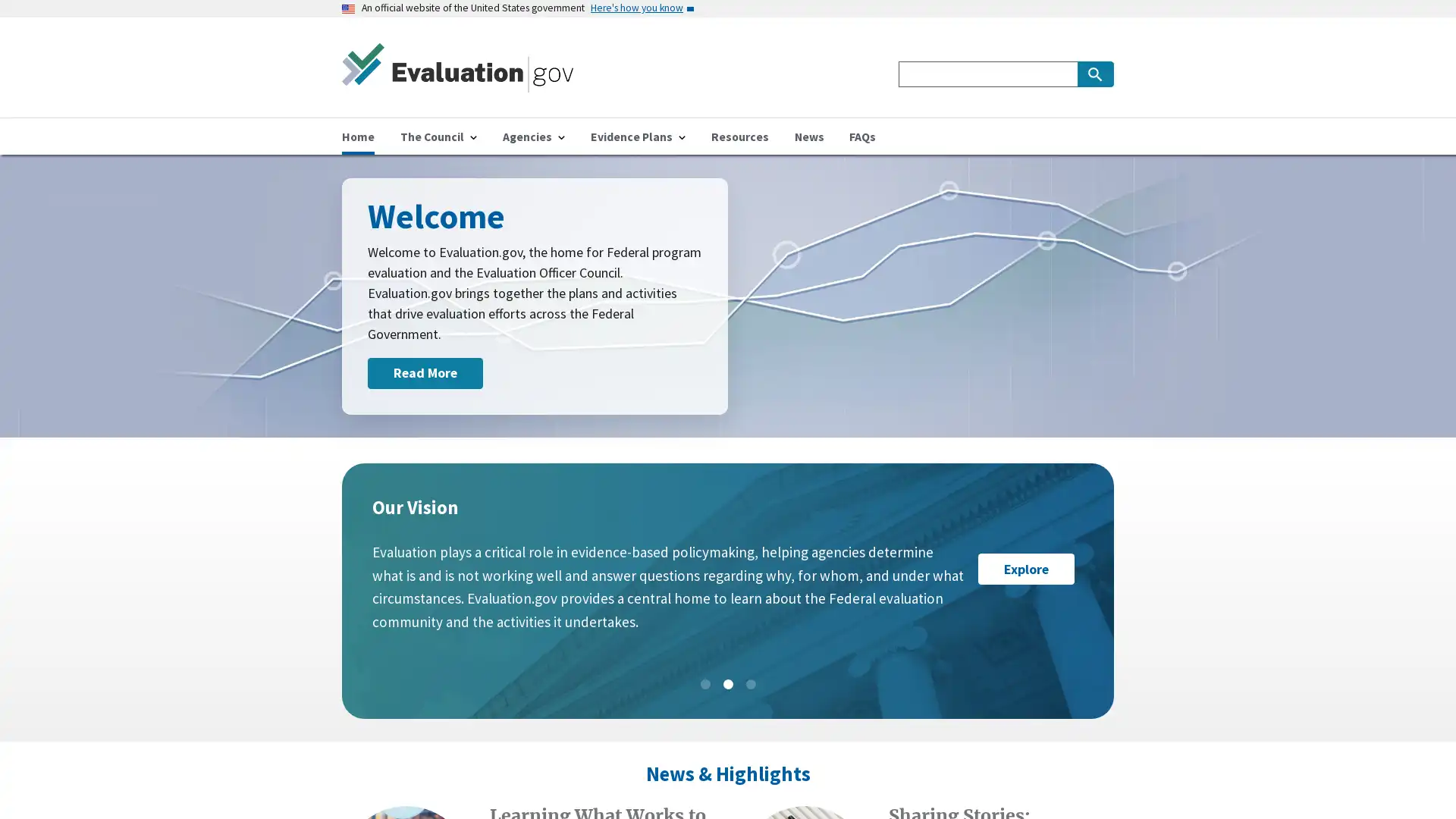  Describe the element at coordinates (533, 136) in the screenshot. I see `Agencies` at that location.